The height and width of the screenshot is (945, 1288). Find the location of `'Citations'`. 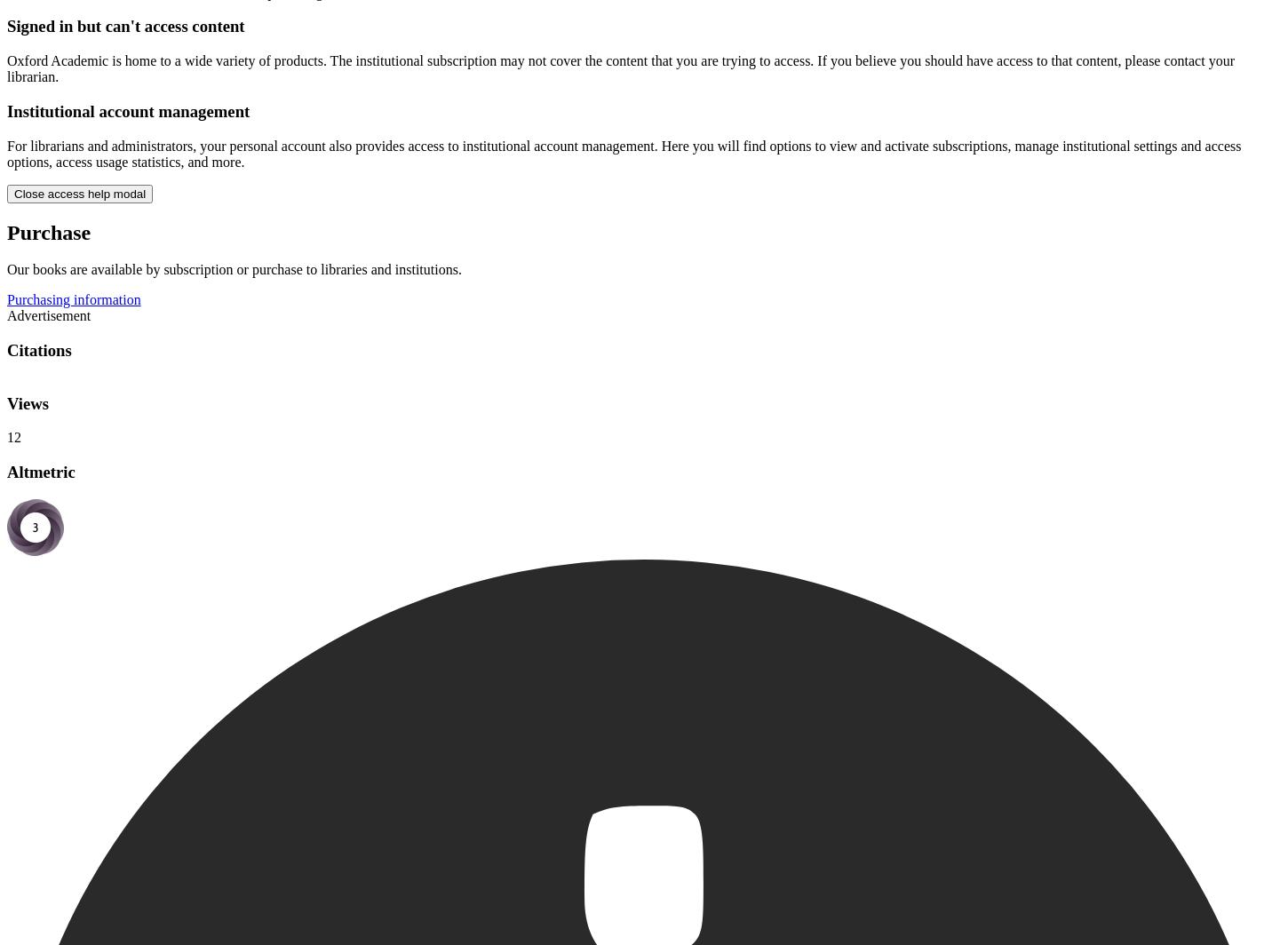

'Citations' is located at coordinates (38, 350).